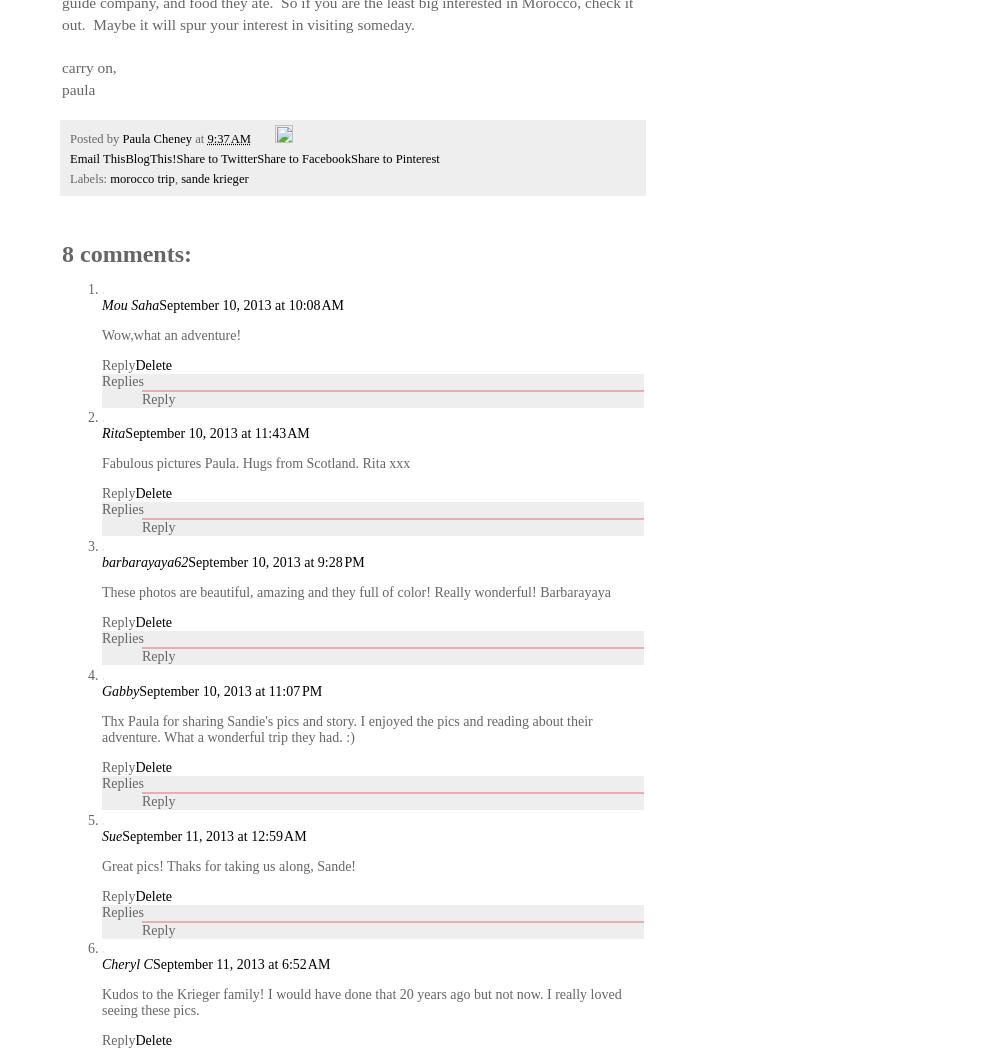 The width and height of the screenshot is (1008, 1049). Describe the element at coordinates (214, 177) in the screenshot. I see `'sande krieger'` at that location.